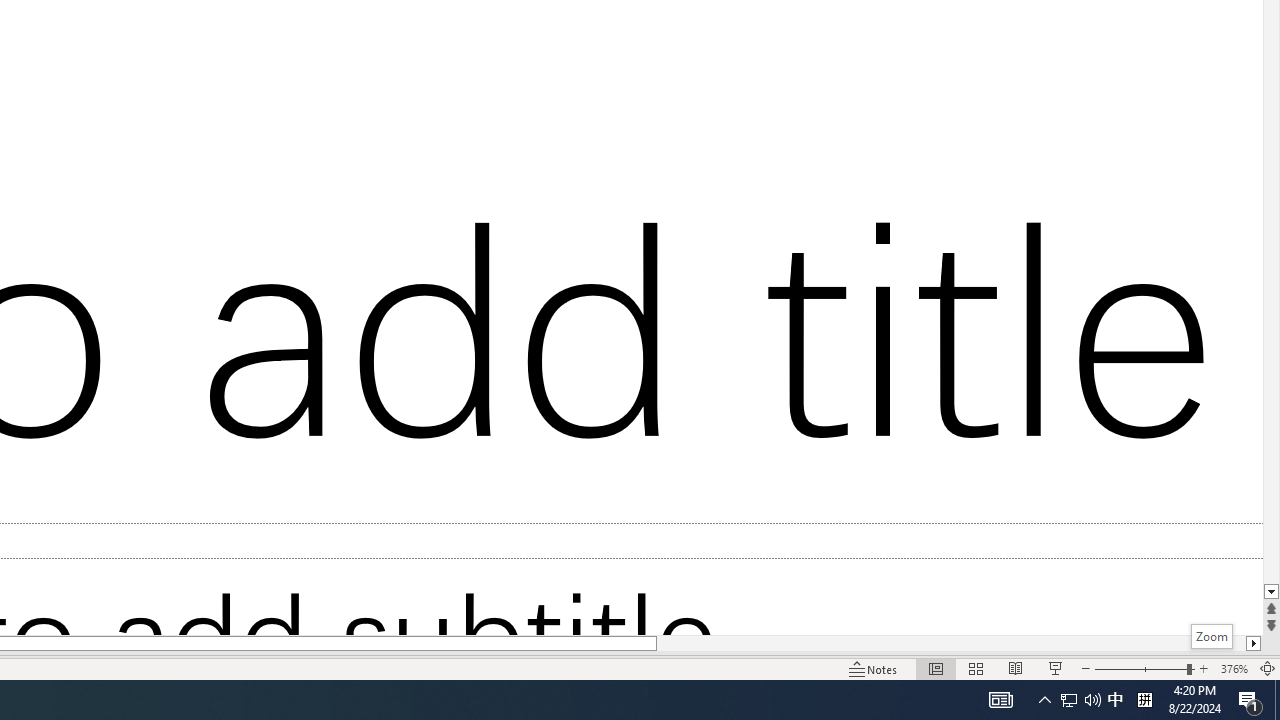  I want to click on 'Zoom 376%', so click(1233, 669).